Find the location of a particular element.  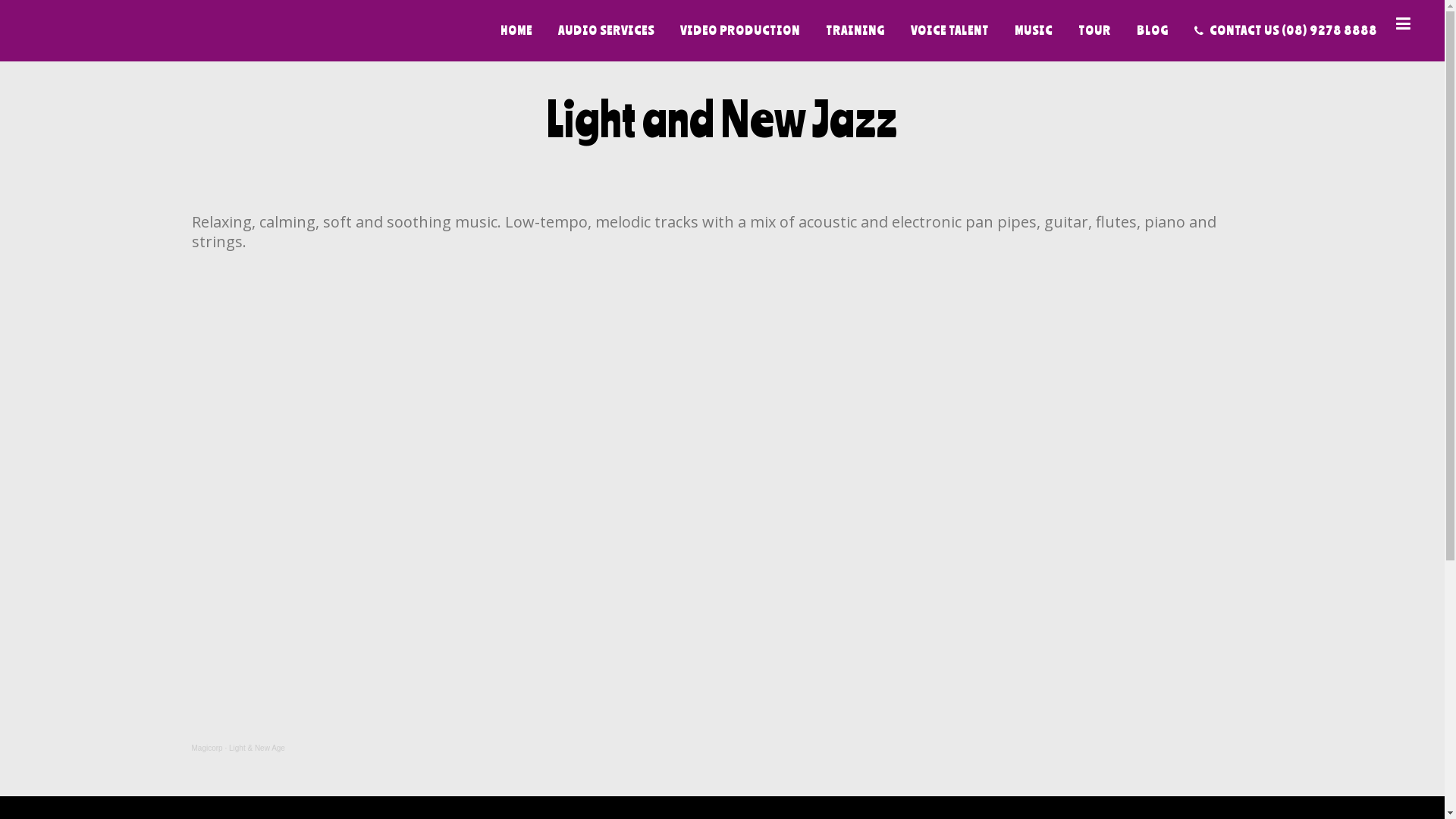

'Light & New Age' is located at coordinates (228, 747).